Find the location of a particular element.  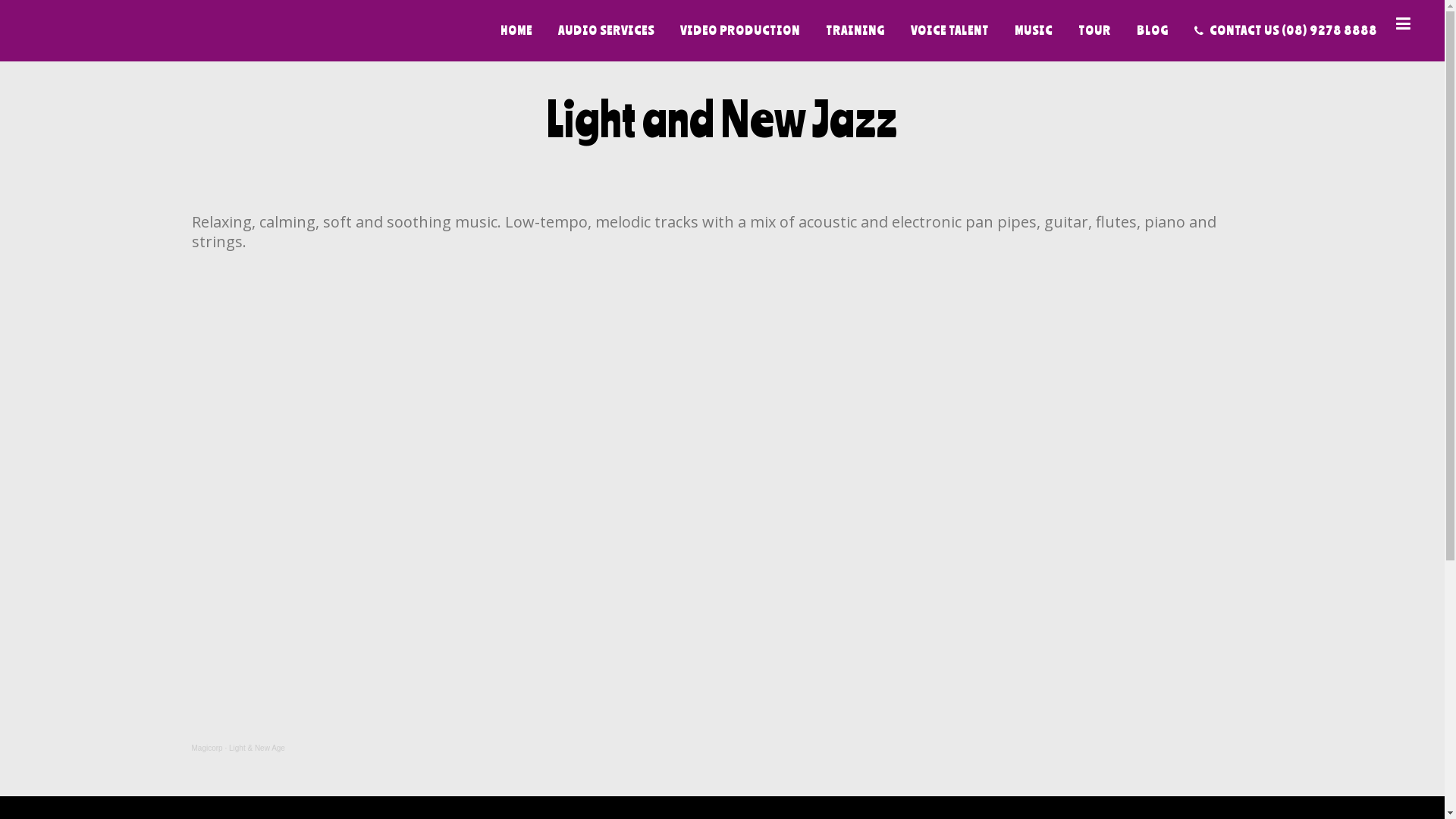

'Light & New Age' is located at coordinates (228, 747).